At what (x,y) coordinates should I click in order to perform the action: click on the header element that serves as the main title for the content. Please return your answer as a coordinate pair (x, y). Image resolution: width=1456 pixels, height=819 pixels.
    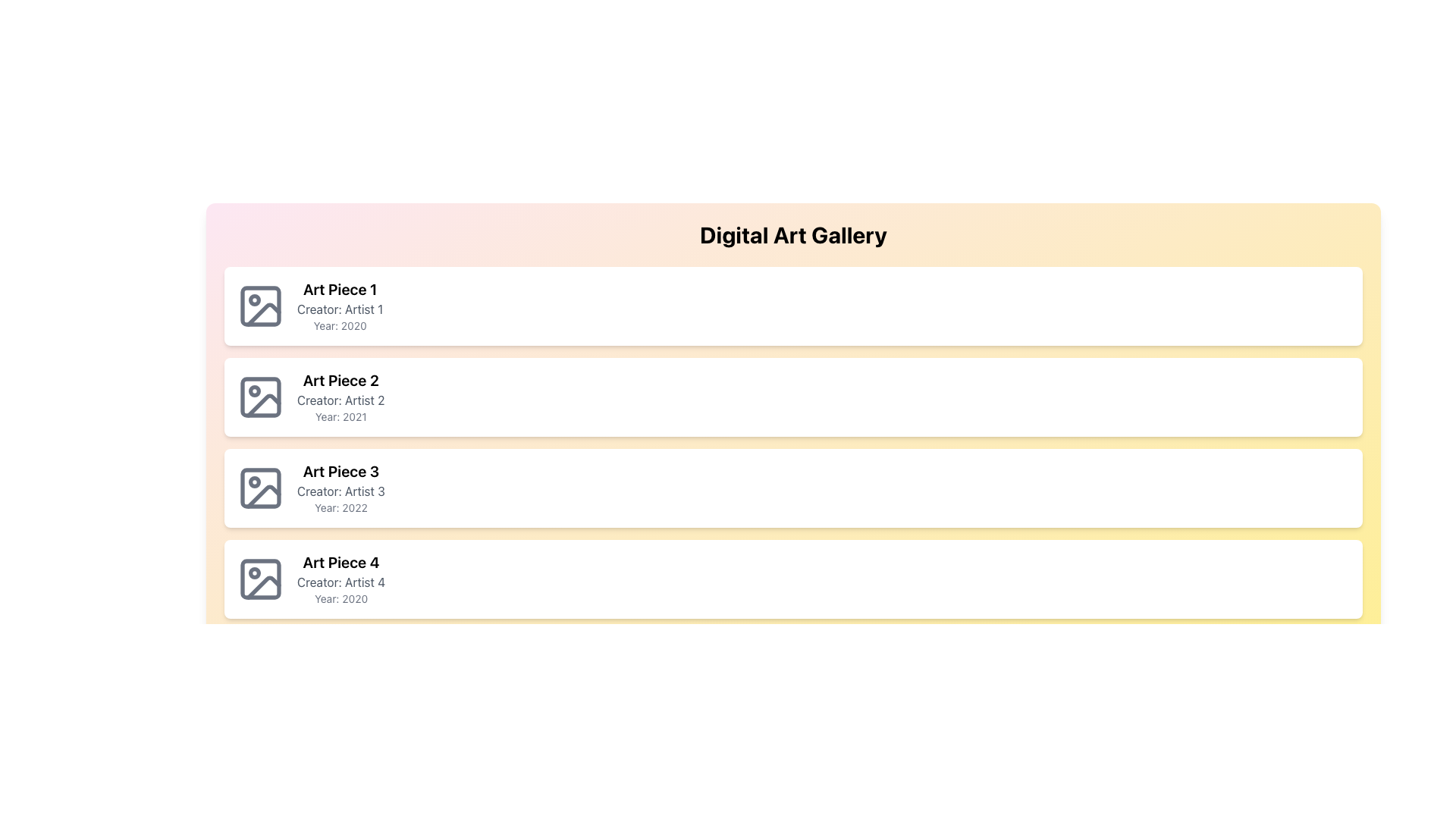
    Looking at the image, I should click on (792, 234).